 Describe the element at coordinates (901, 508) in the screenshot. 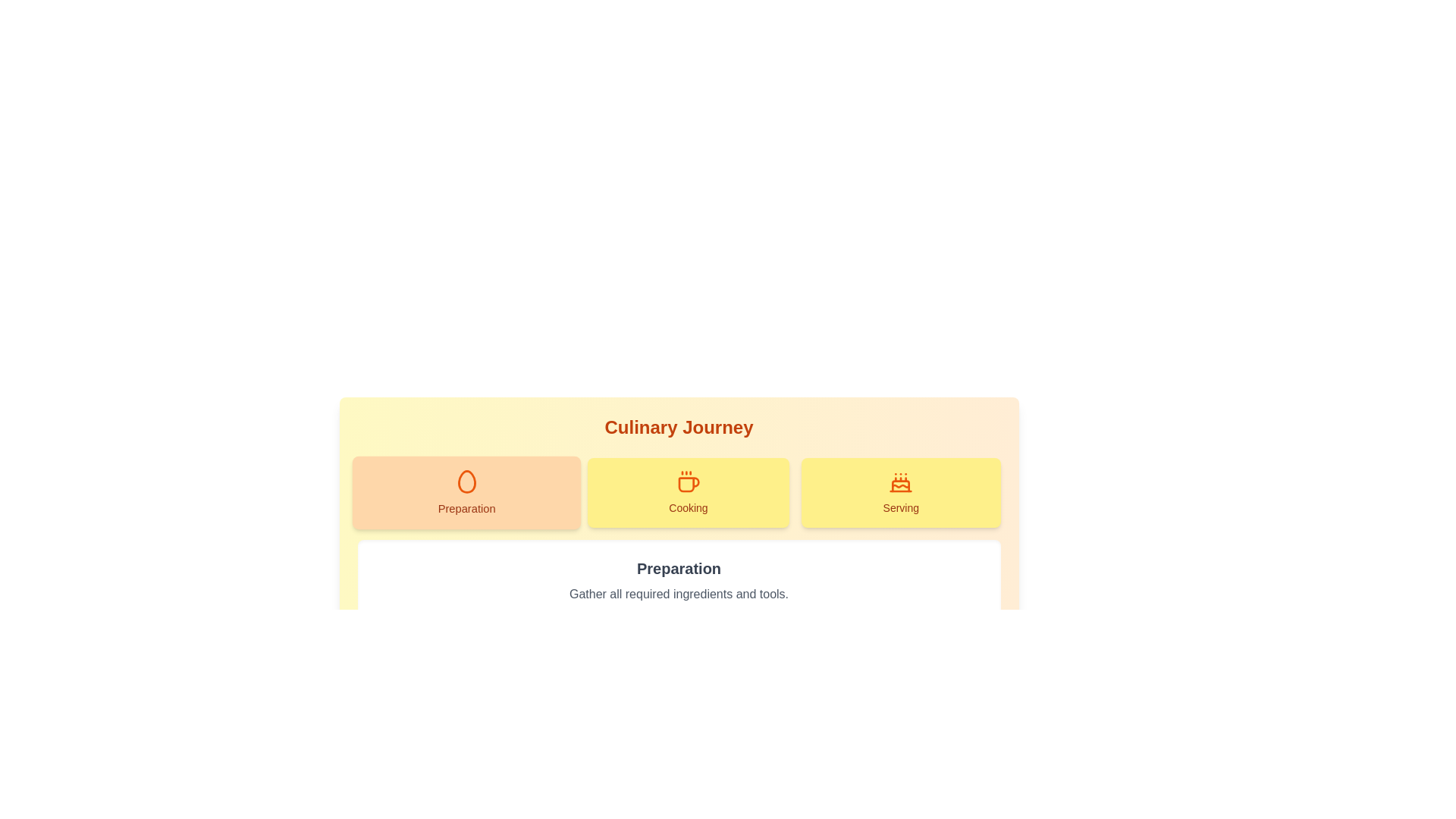

I see `text label that displays 'Serving' in a medium-sized orange font against a yellow background, located at the bottom of the rightmost card just below a cake icon` at that location.